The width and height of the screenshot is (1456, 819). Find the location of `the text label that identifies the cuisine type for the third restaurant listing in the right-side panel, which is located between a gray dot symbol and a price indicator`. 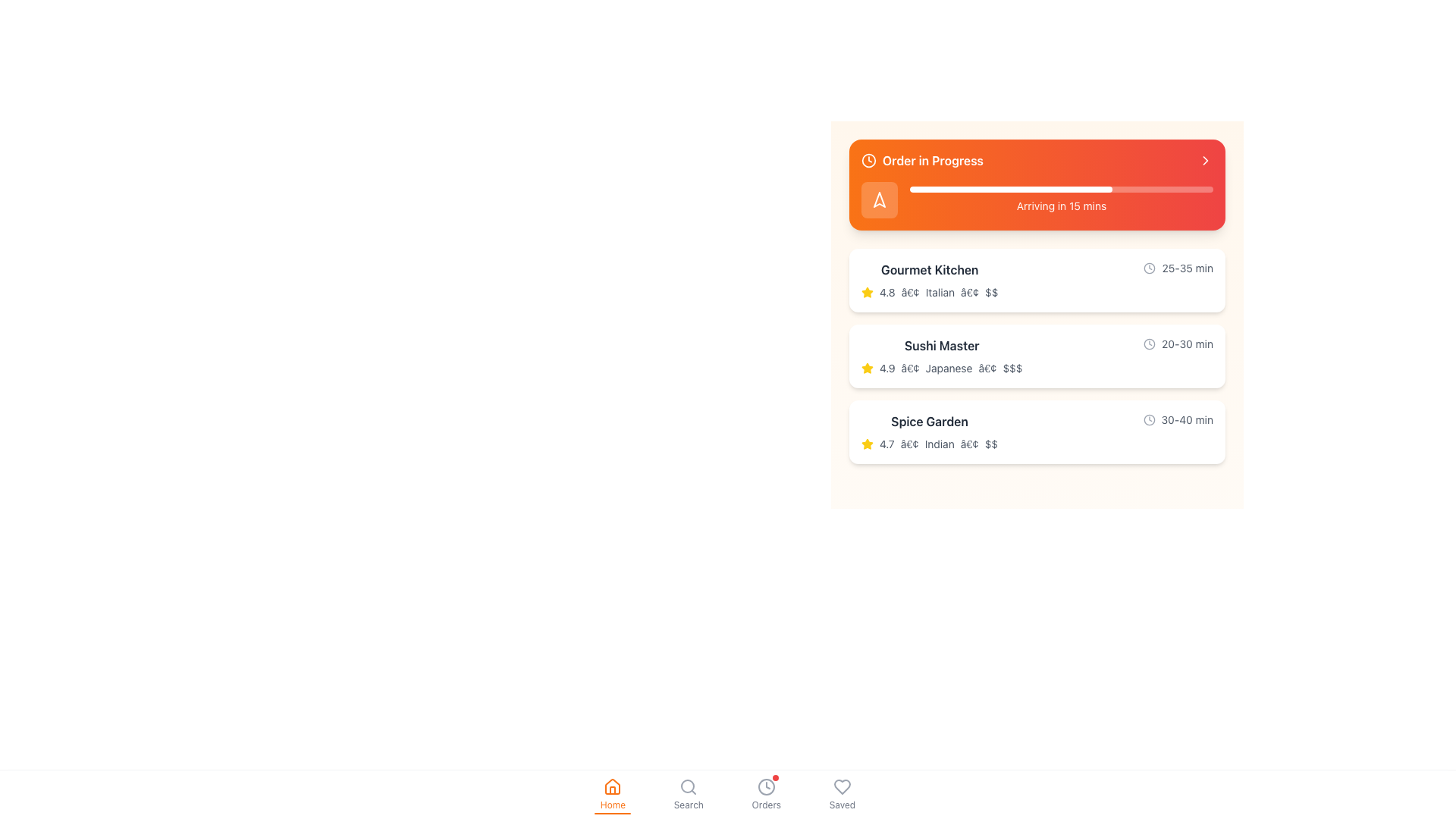

the text label that identifies the cuisine type for the third restaurant listing in the right-side panel, which is located between a gray dot symbol and a price indicator is located at coordinates (939, 444).